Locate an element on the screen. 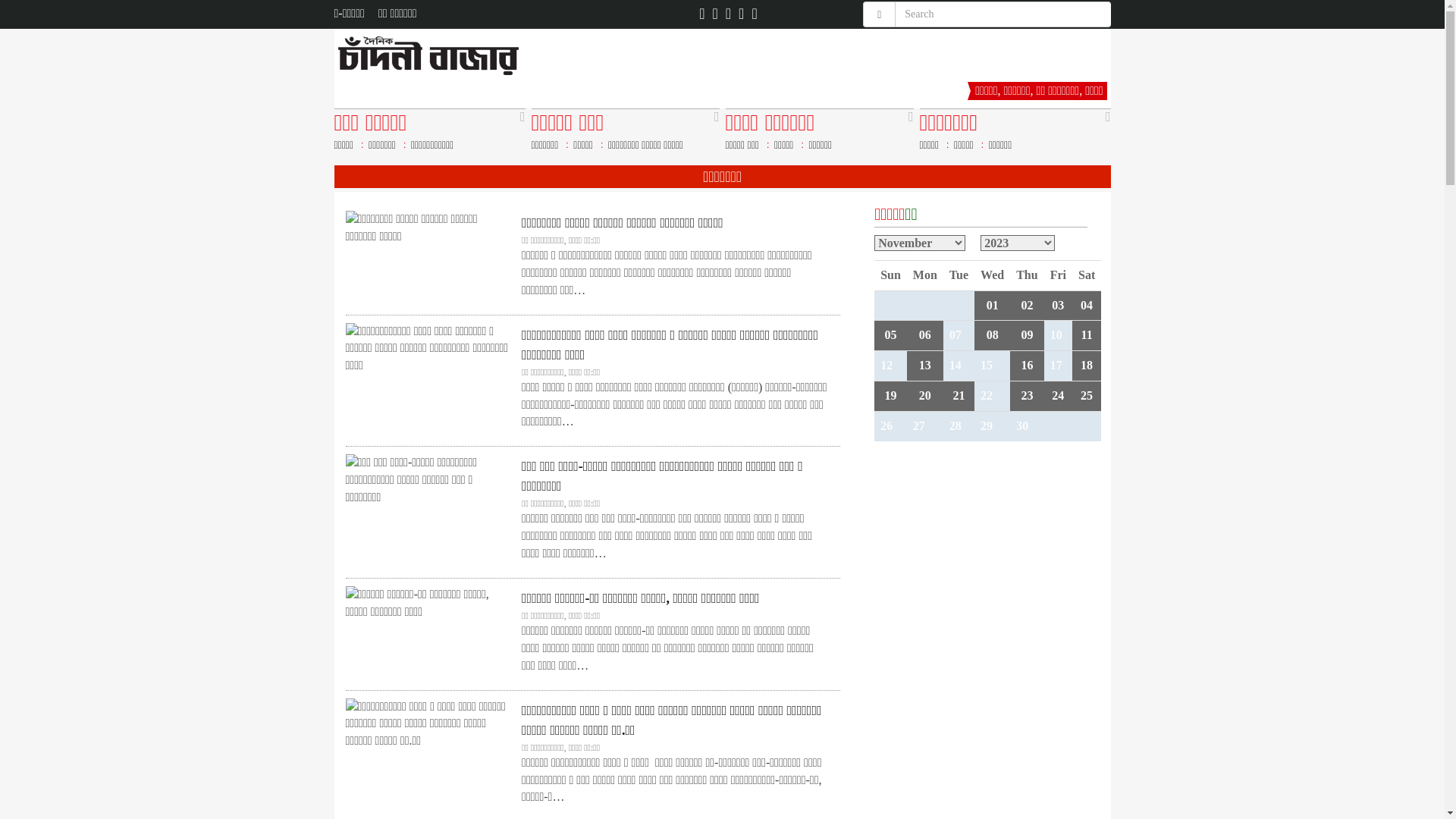 This screenshot has height=819, width=1456. '24' is located at coordinates (1057, 394).